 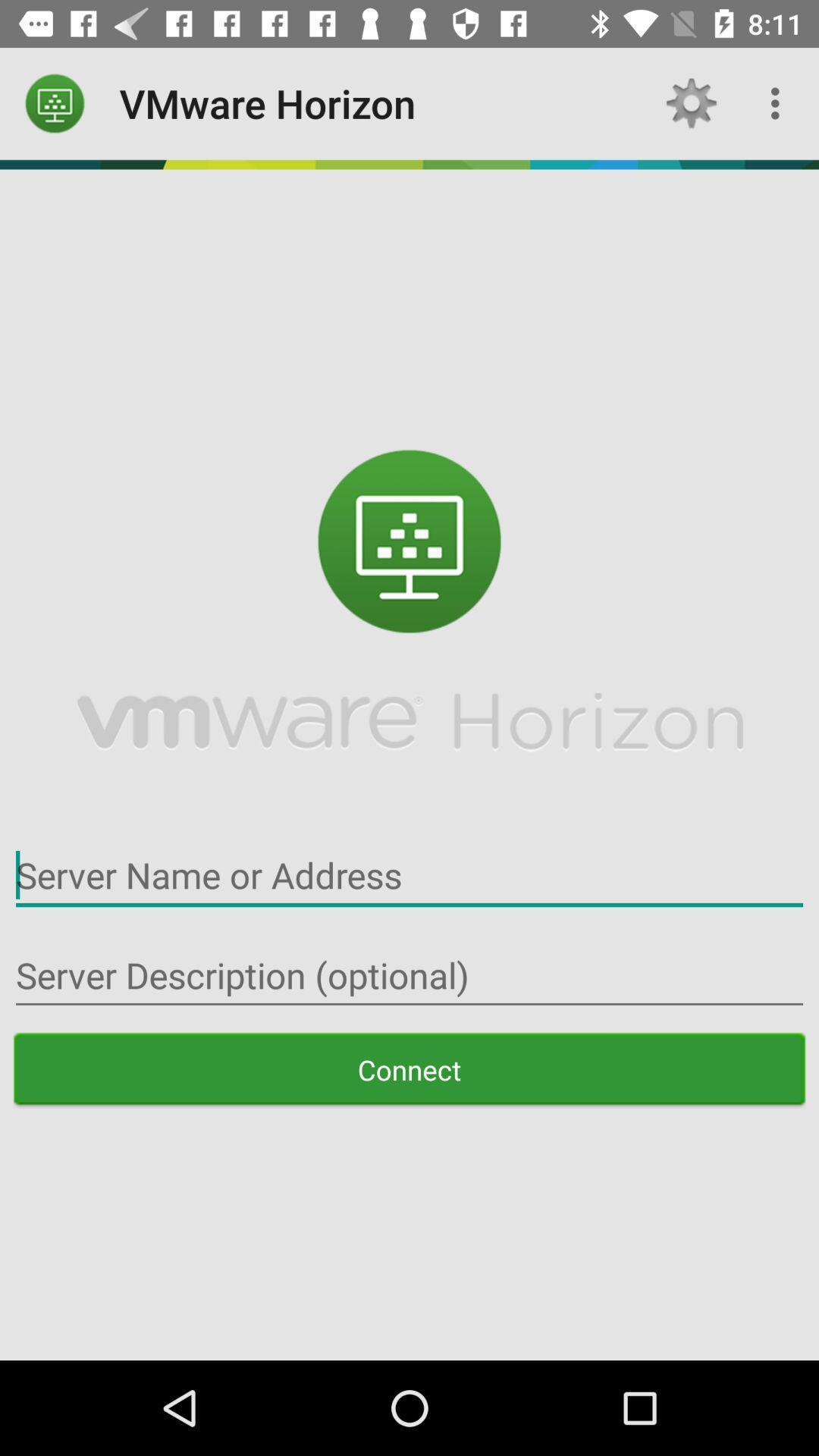 I want to click on input server name or address, so click(x=409, y=876).